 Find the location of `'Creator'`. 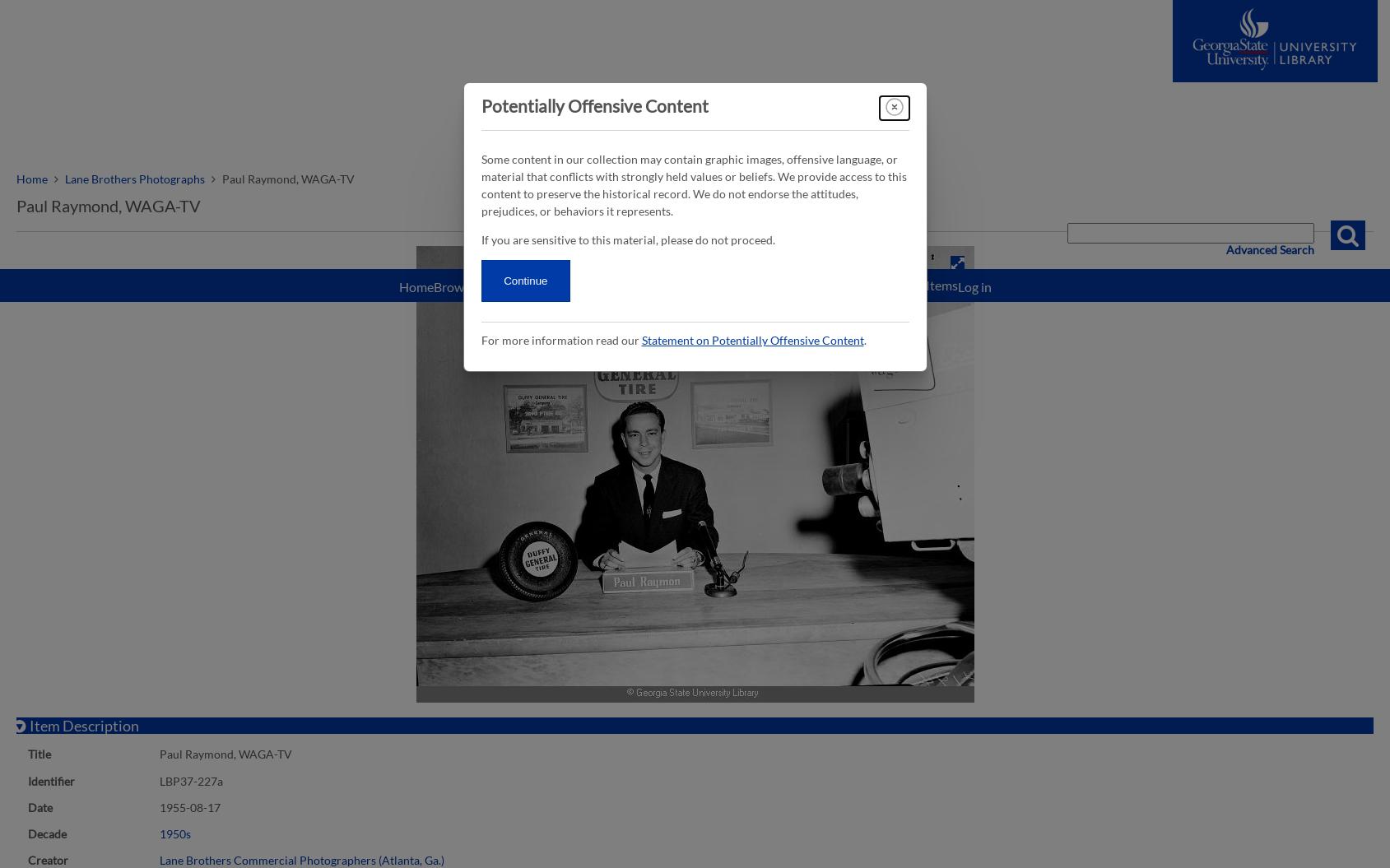

'Creator' is located at coordinates (47, 858).